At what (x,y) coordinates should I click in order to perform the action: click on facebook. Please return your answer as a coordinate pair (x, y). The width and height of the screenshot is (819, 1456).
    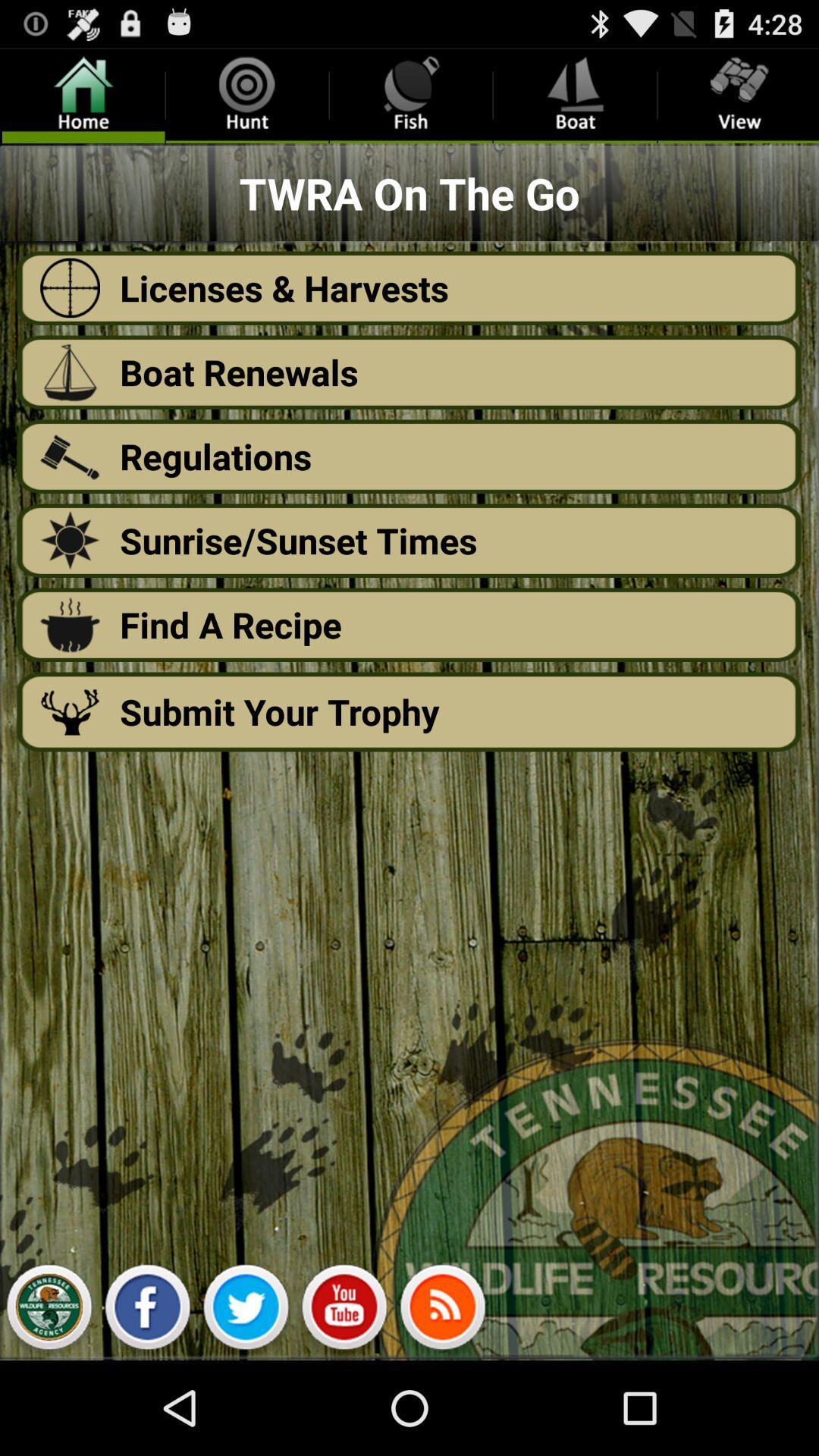
    Looking at the image, I should click on (147, 1310).